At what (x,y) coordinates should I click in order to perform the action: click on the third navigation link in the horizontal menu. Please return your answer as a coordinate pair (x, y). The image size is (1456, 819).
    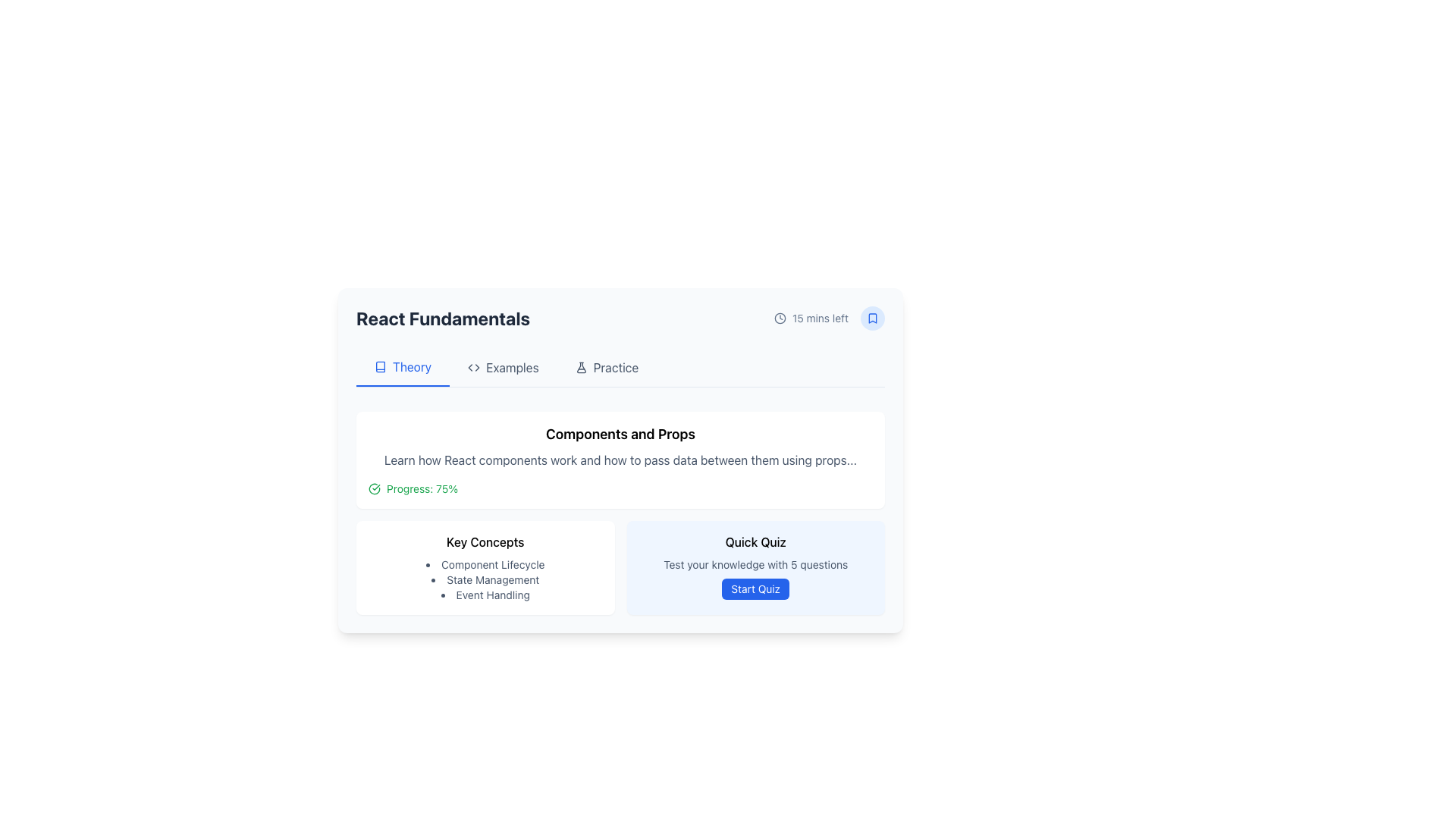
    Looking at the image, I should click on (607, 368).